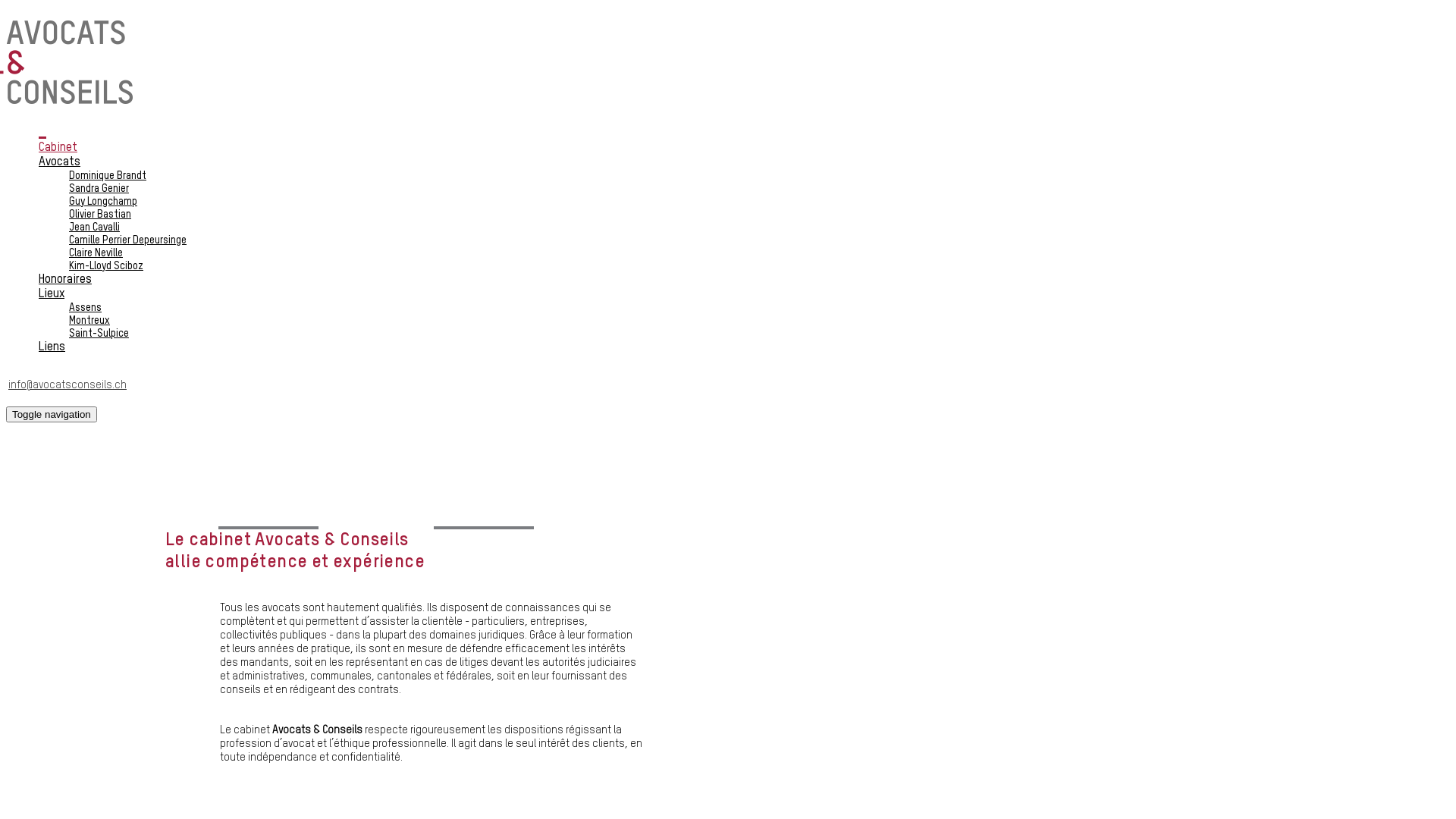 This screenshot has width=1456, height=819. Describe the element at coordinates (67, 384) in the screenshot. I see `'info@avocatsconseils.ch'` at that location.